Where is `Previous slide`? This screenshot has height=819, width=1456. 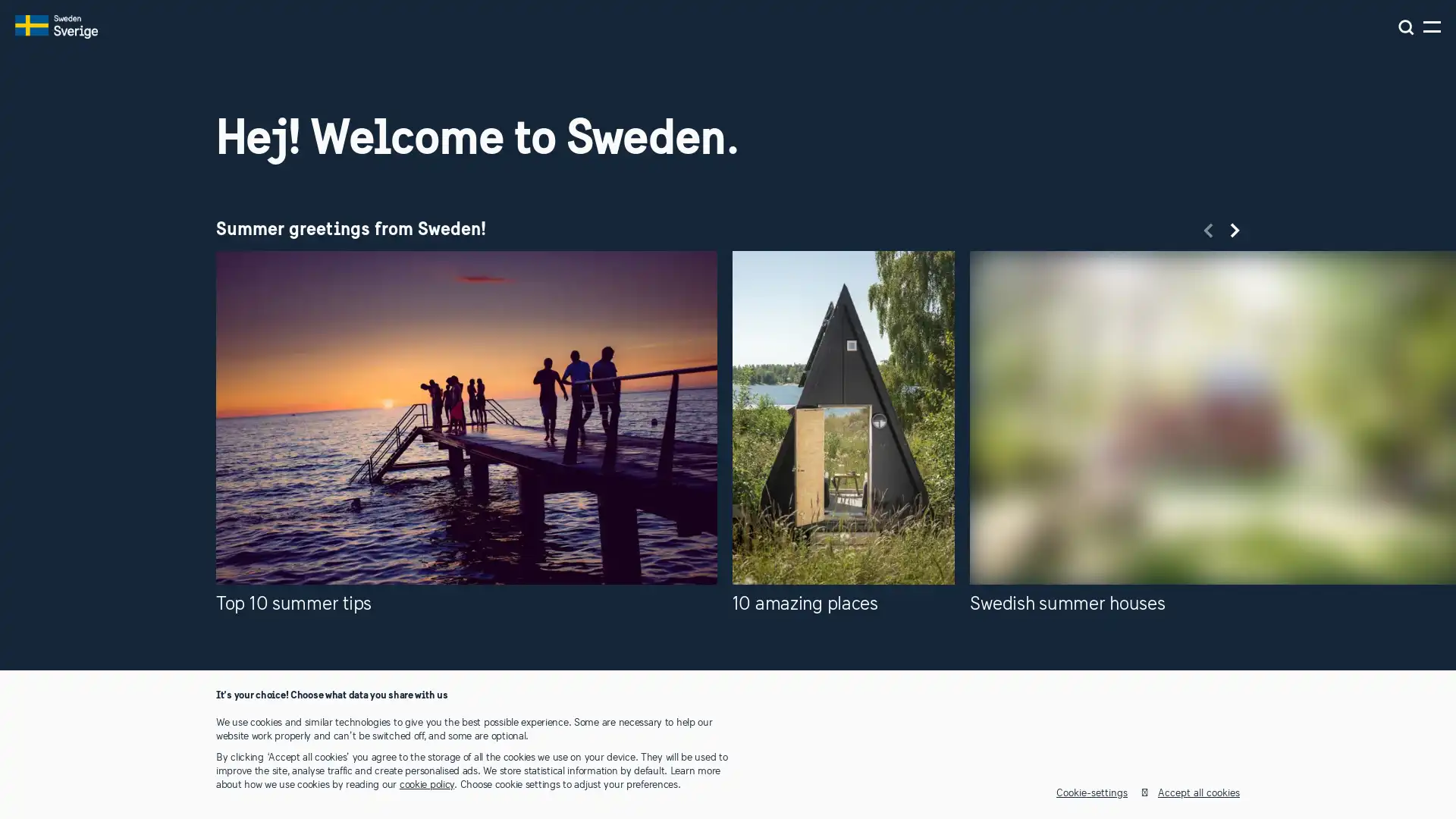
Previous slide is located at coordinates (1207, 678).